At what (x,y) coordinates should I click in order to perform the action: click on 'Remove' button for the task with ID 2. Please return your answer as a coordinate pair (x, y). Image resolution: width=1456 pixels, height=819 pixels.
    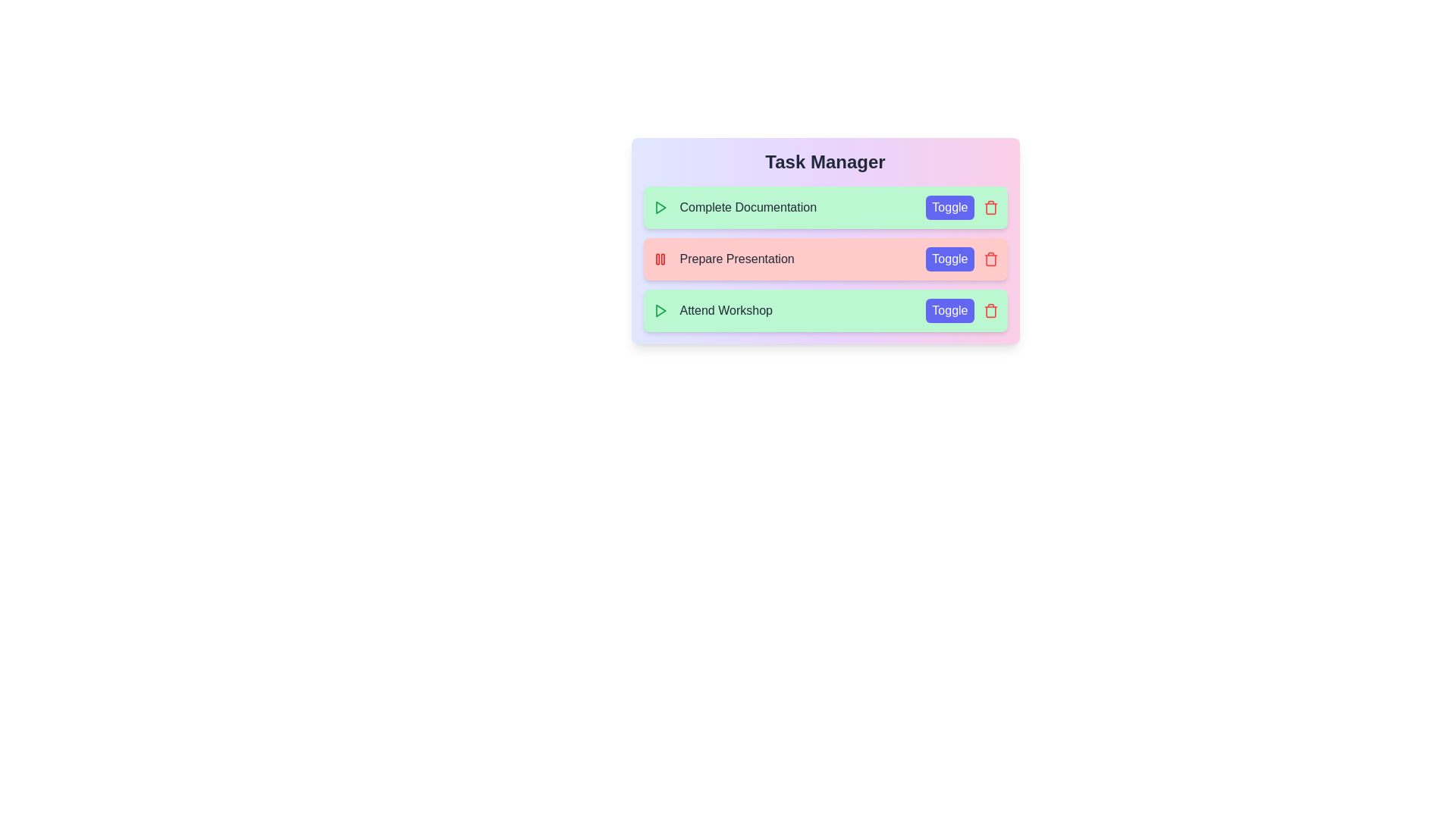
    Looking at the image, I should click on (990, 259).